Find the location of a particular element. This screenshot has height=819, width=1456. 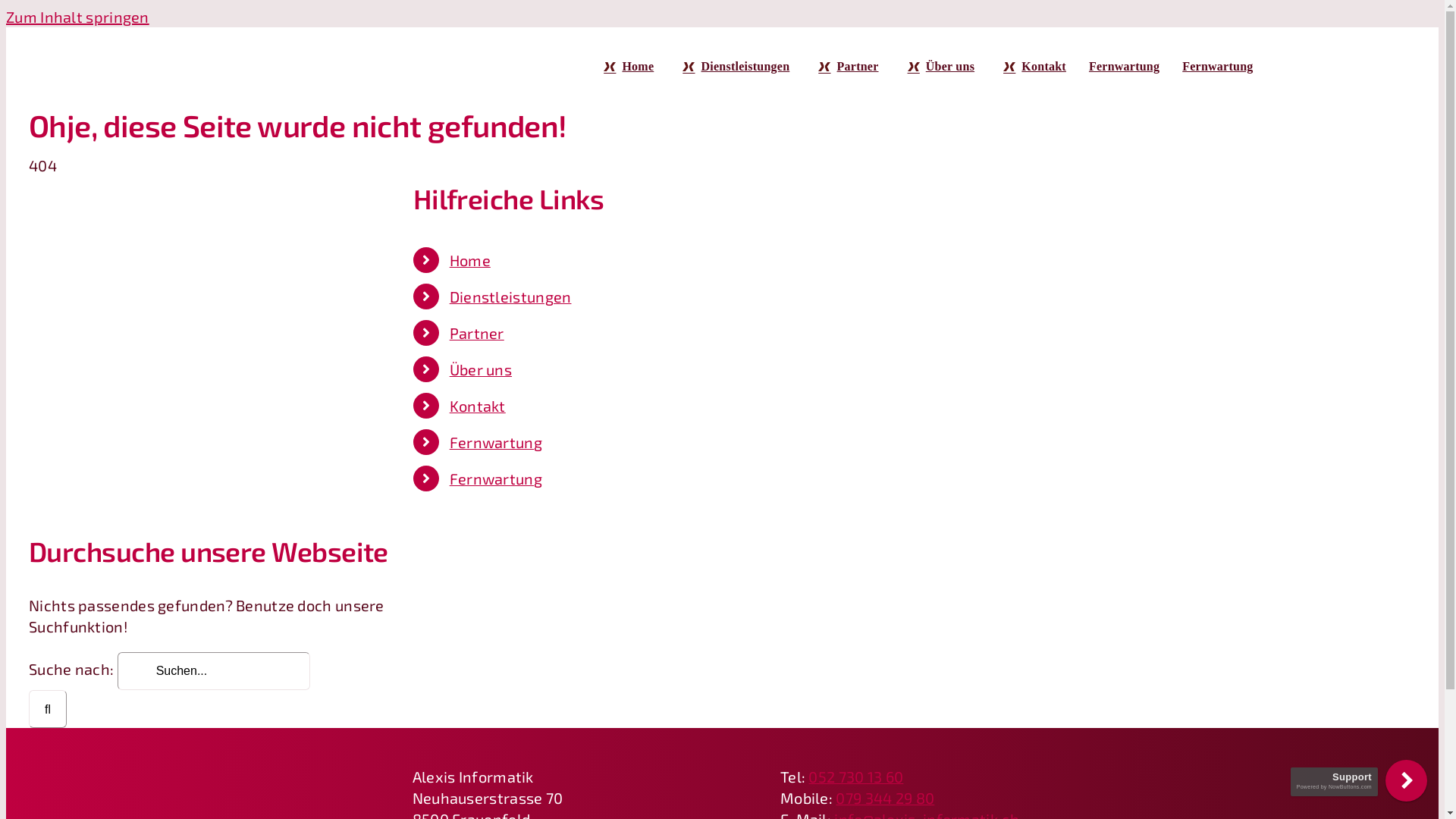

'link' is located at coordinates (1405, 780).